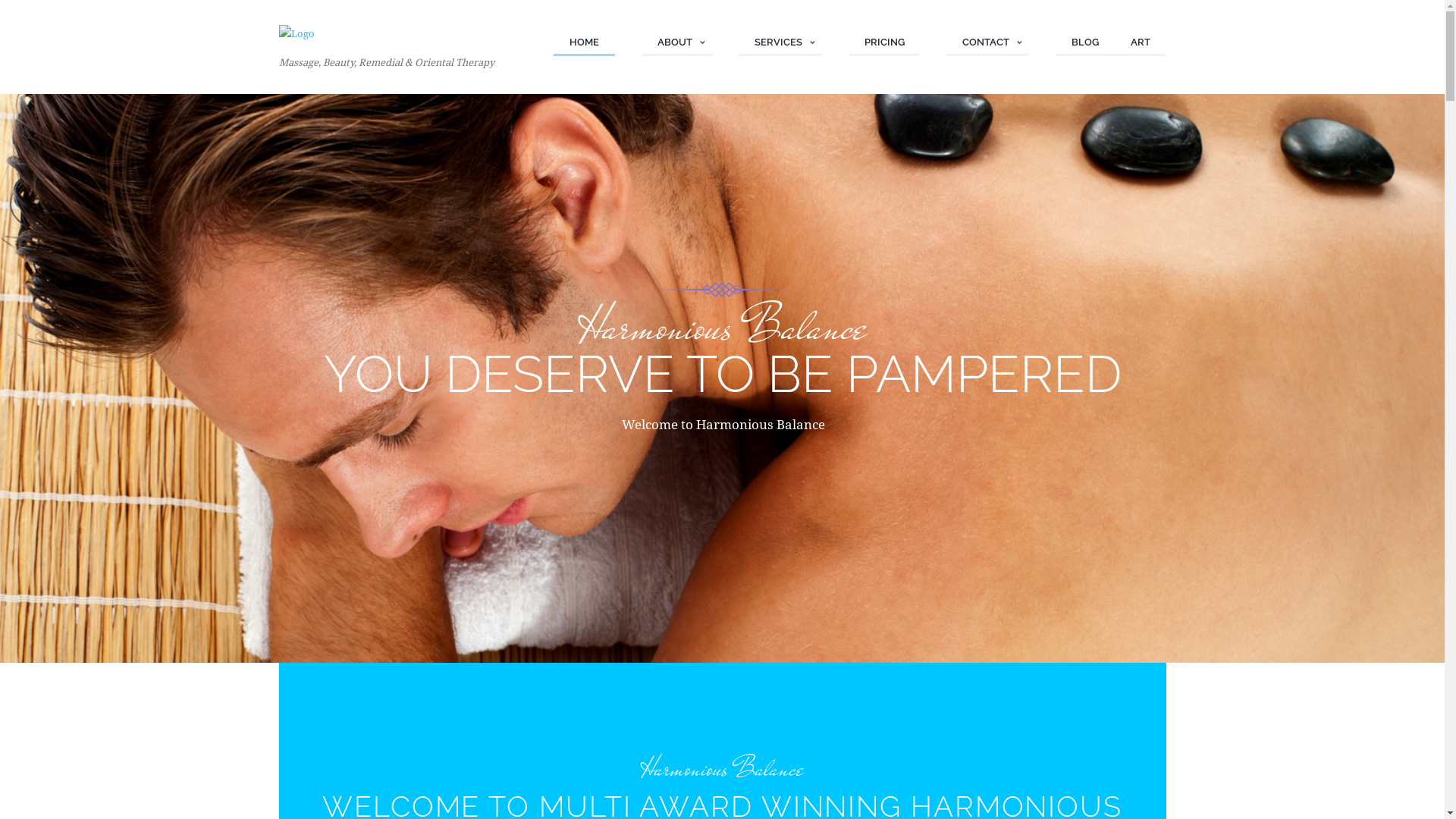 The width and height of the screenshot is (1456, 819). What do you see at coordinates (1140, 42) in the screenshot?
I see `'ART'` at bounding box center [1140, 42].